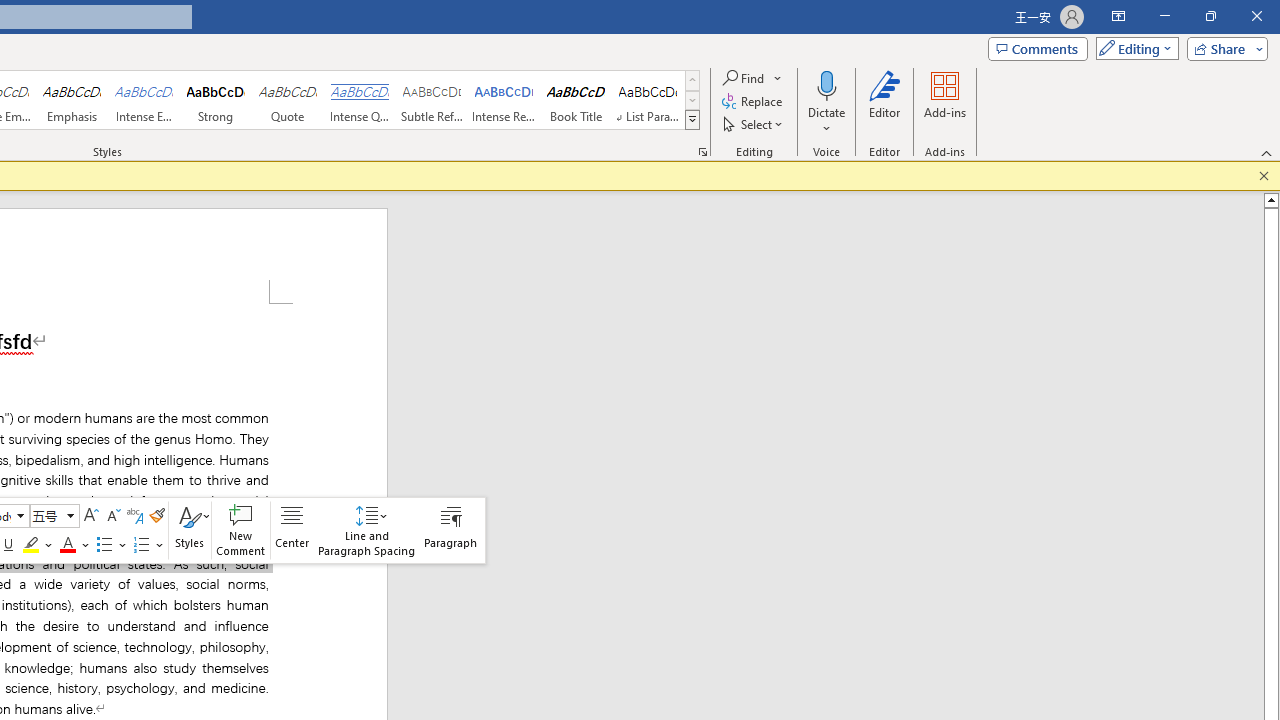 The width and height of the screenshot is (1280, 720). I want to click on 'Line up', so click(1270, 199).